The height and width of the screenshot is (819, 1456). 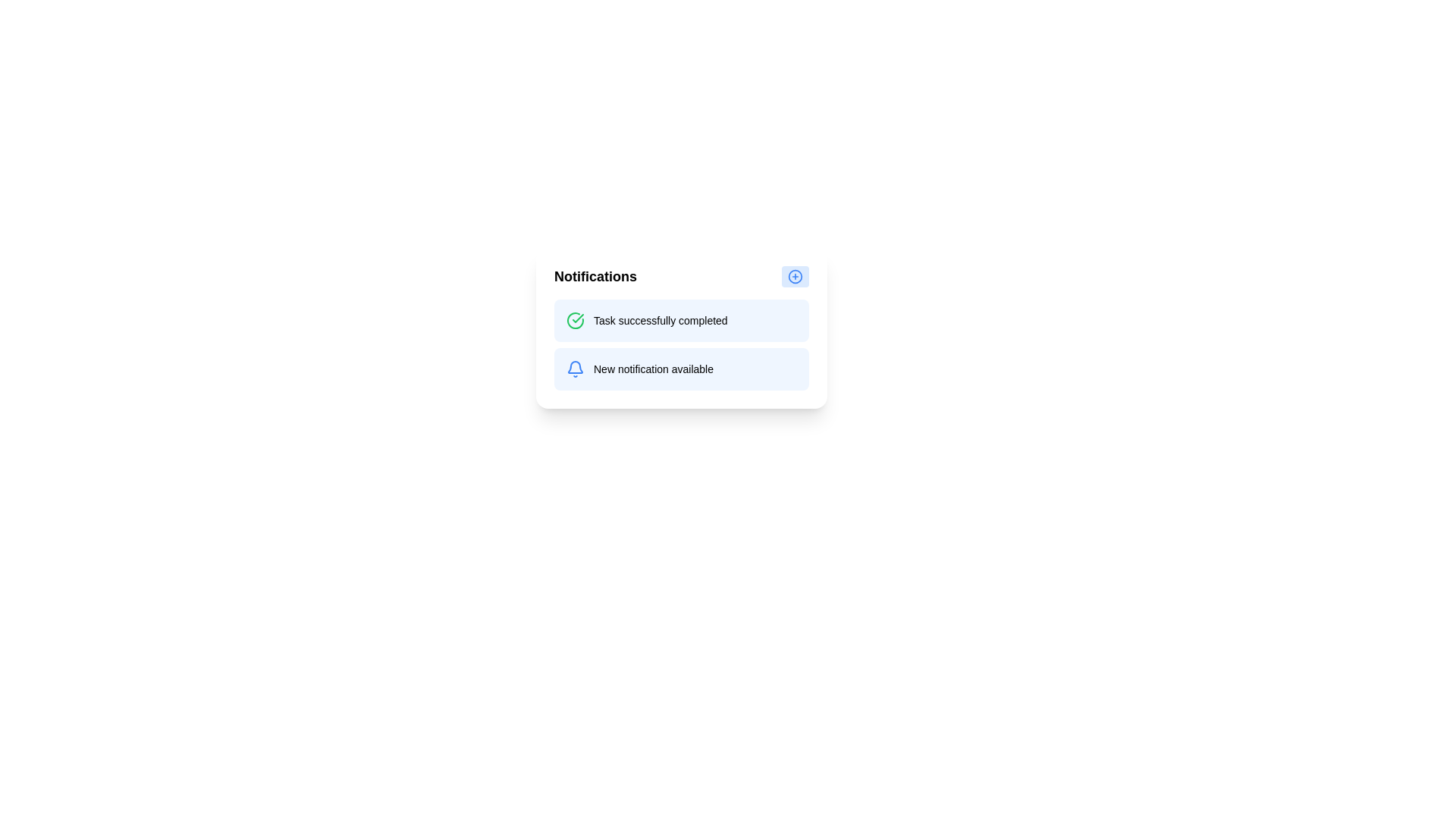 I want to click on the blue-colored icon button located in the top-right corner of the notifications interface, so click(x=795, y=277).